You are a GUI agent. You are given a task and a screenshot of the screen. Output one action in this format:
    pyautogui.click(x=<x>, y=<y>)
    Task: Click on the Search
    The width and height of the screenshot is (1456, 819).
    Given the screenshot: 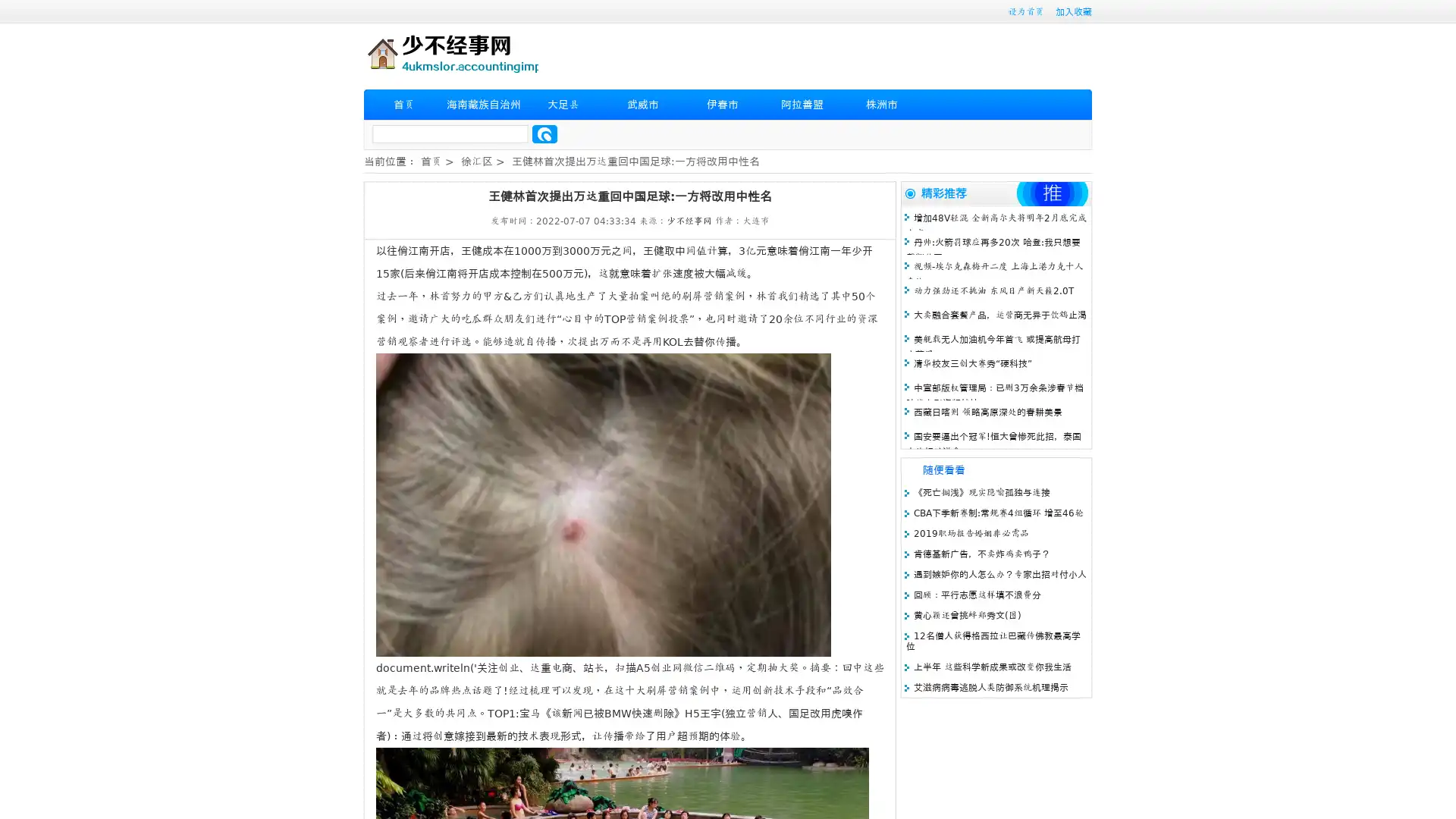 What is the action you would take?
    pyautogui.click(x=544, y=133)
    